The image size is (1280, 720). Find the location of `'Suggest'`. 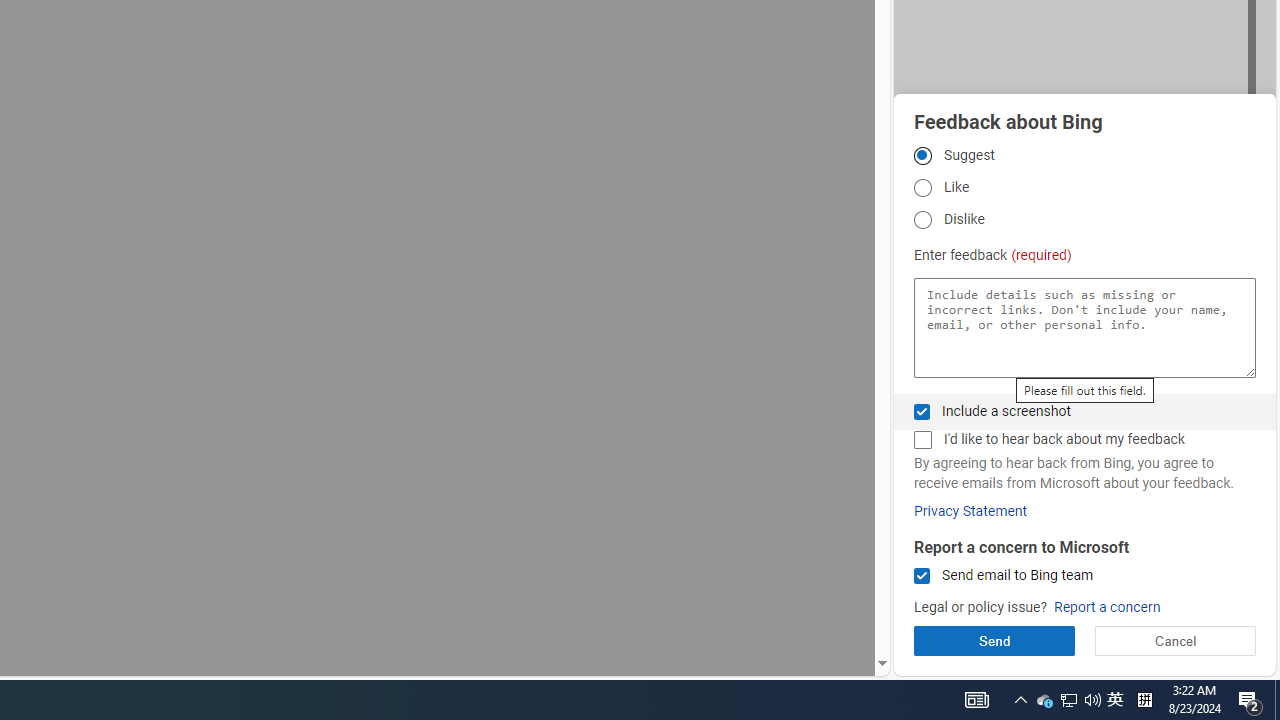

'Suggest' is located at coordinates (921, 154).